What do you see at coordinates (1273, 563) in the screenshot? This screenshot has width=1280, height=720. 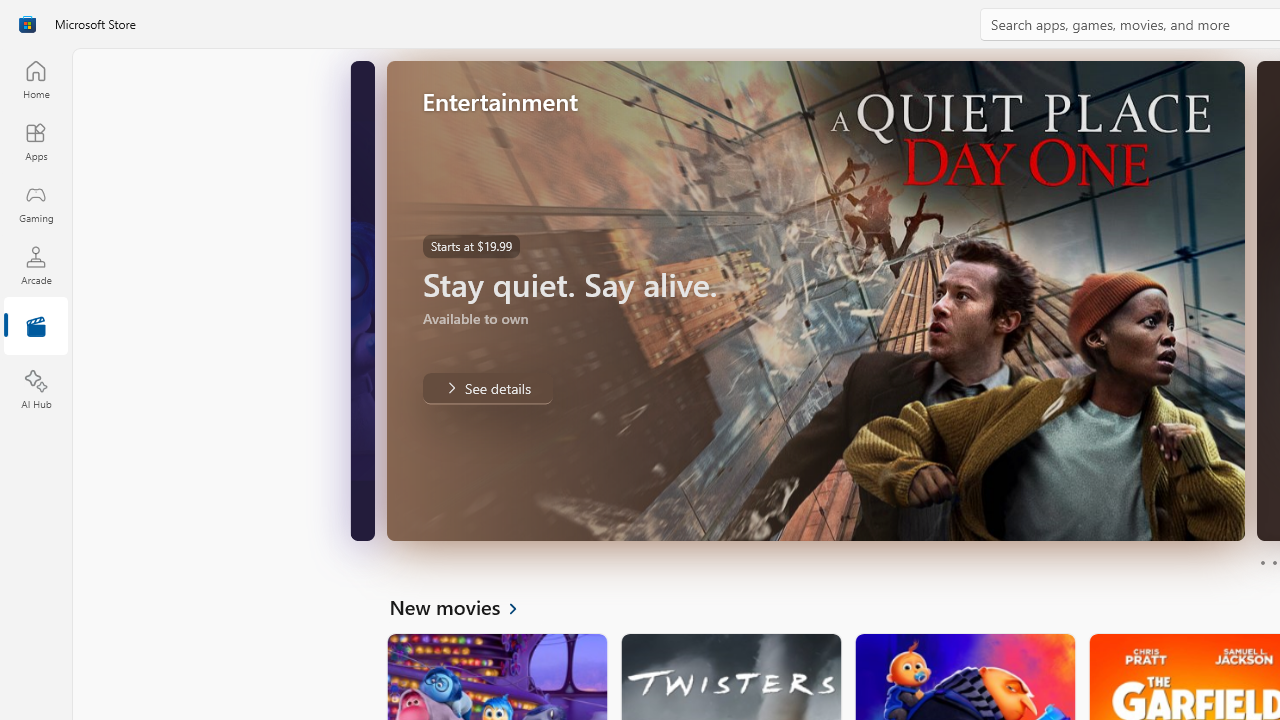 I see `'Page 2'` at bounding box center [1273, 563].